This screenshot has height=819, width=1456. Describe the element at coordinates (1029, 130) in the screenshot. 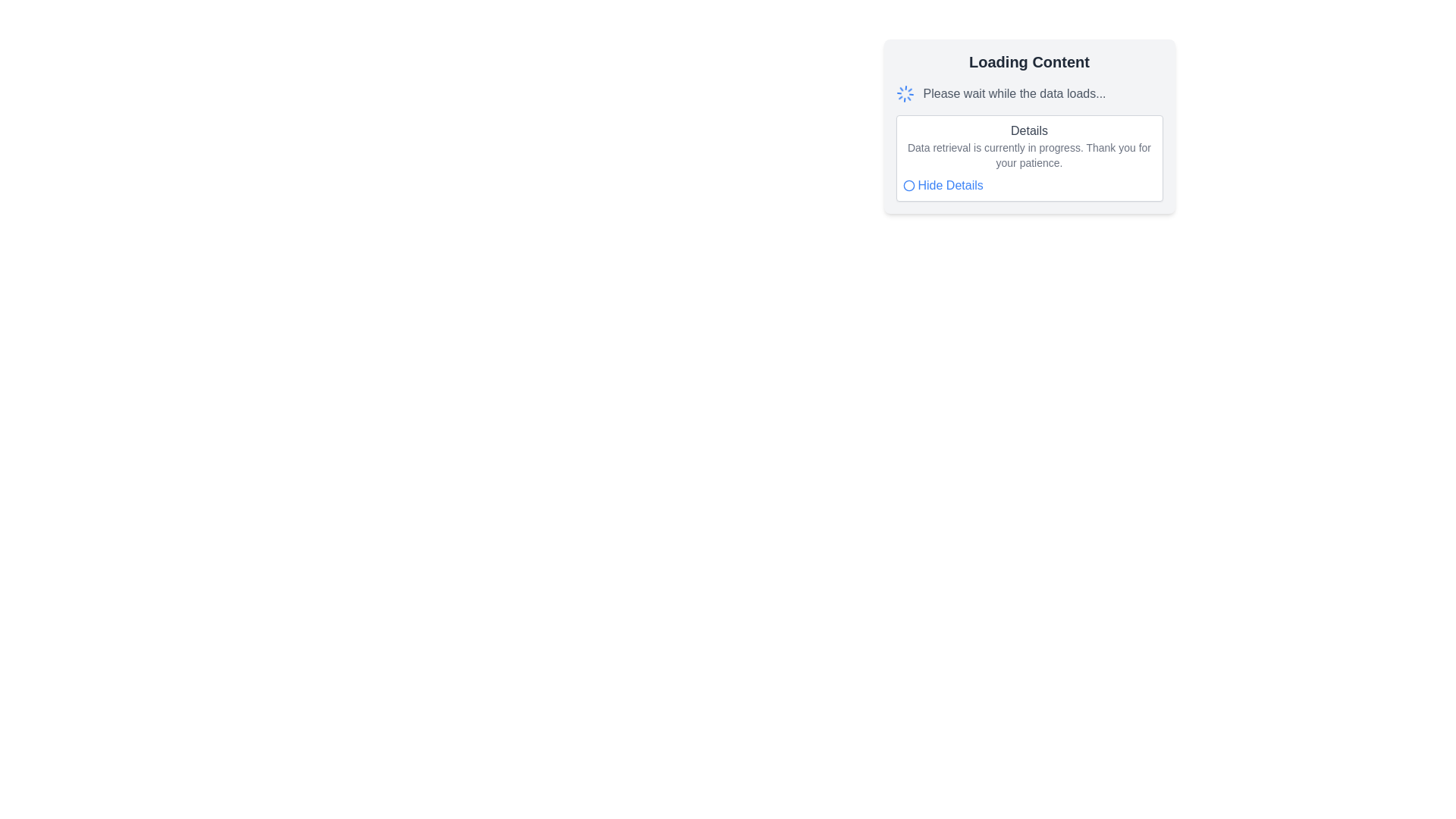

I see `the text element displaying 'Details' in gray, which is located at the top of a rounded box above the data retrieval status paragraph` at that location.